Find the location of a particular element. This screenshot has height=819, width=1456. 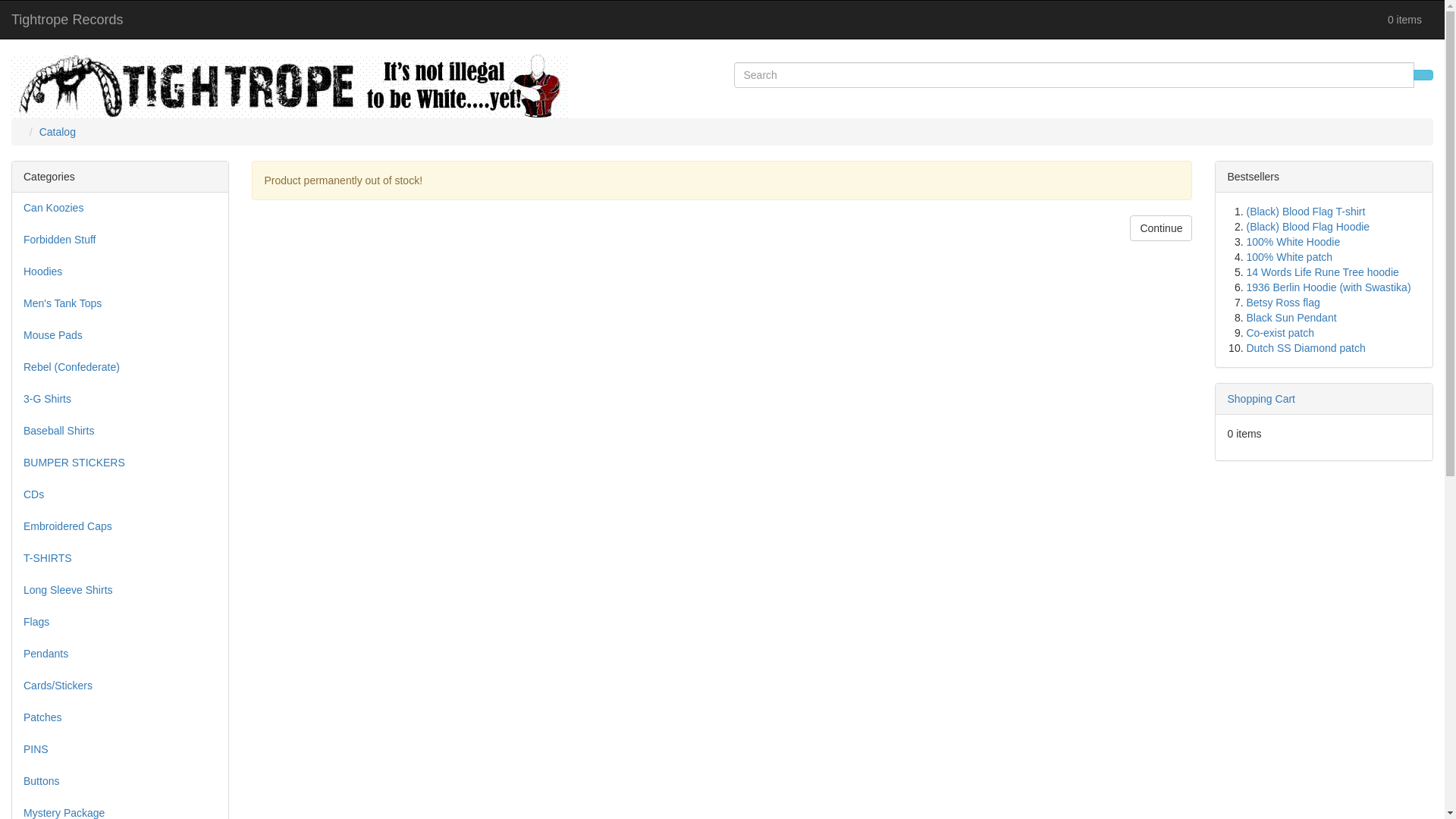

'Can Koozies' is located at coordinates (11, 207).